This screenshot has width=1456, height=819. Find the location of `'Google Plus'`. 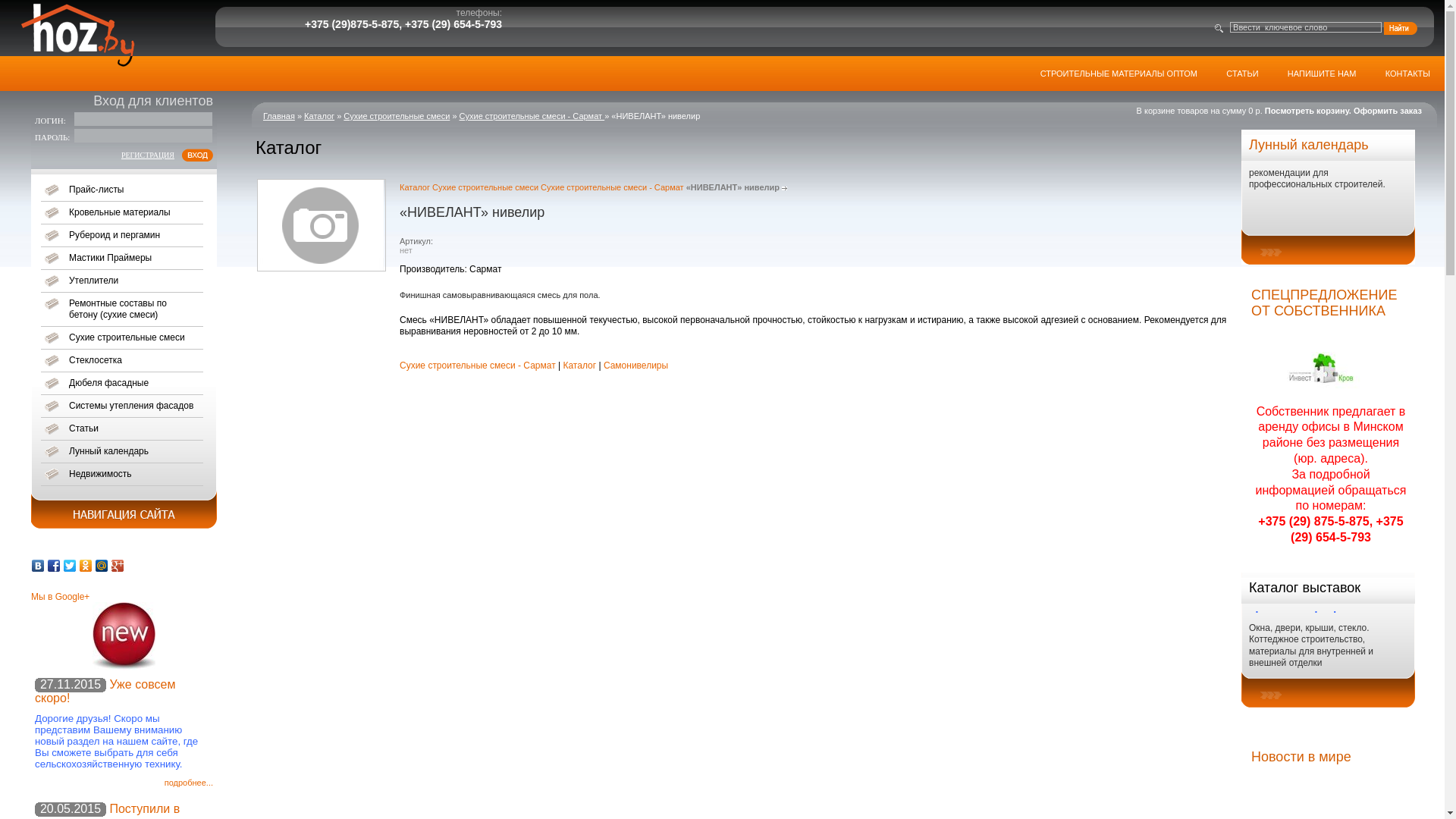

'Google Plus' is located at coordinates (108, 565).